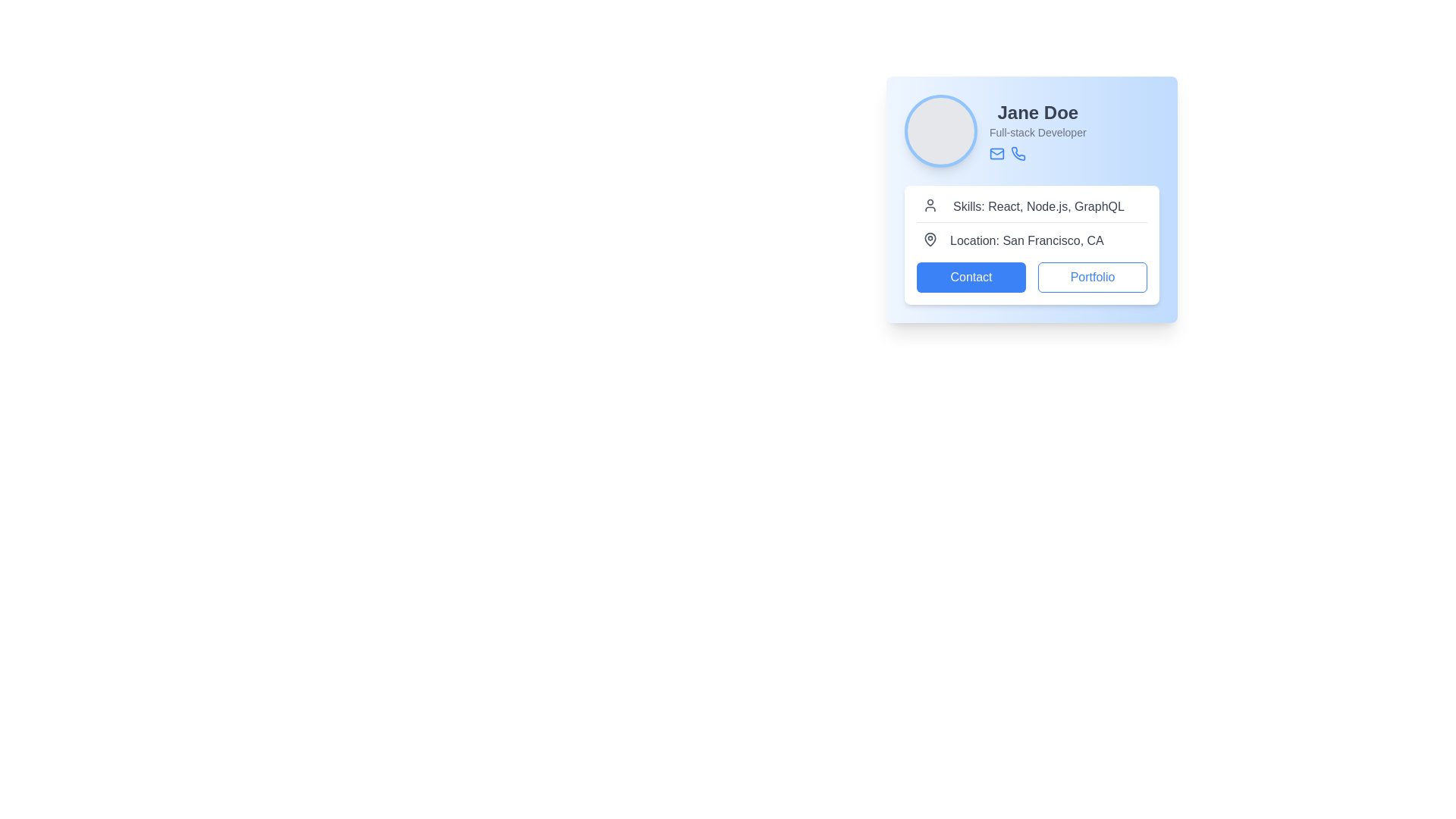  Describe the element at coordinates (1037, 131) in the screenshot. I see `the text label displaying 'Full-stack Developer' located beneath the name 'Jane Doe' in the user profile card` at that location.